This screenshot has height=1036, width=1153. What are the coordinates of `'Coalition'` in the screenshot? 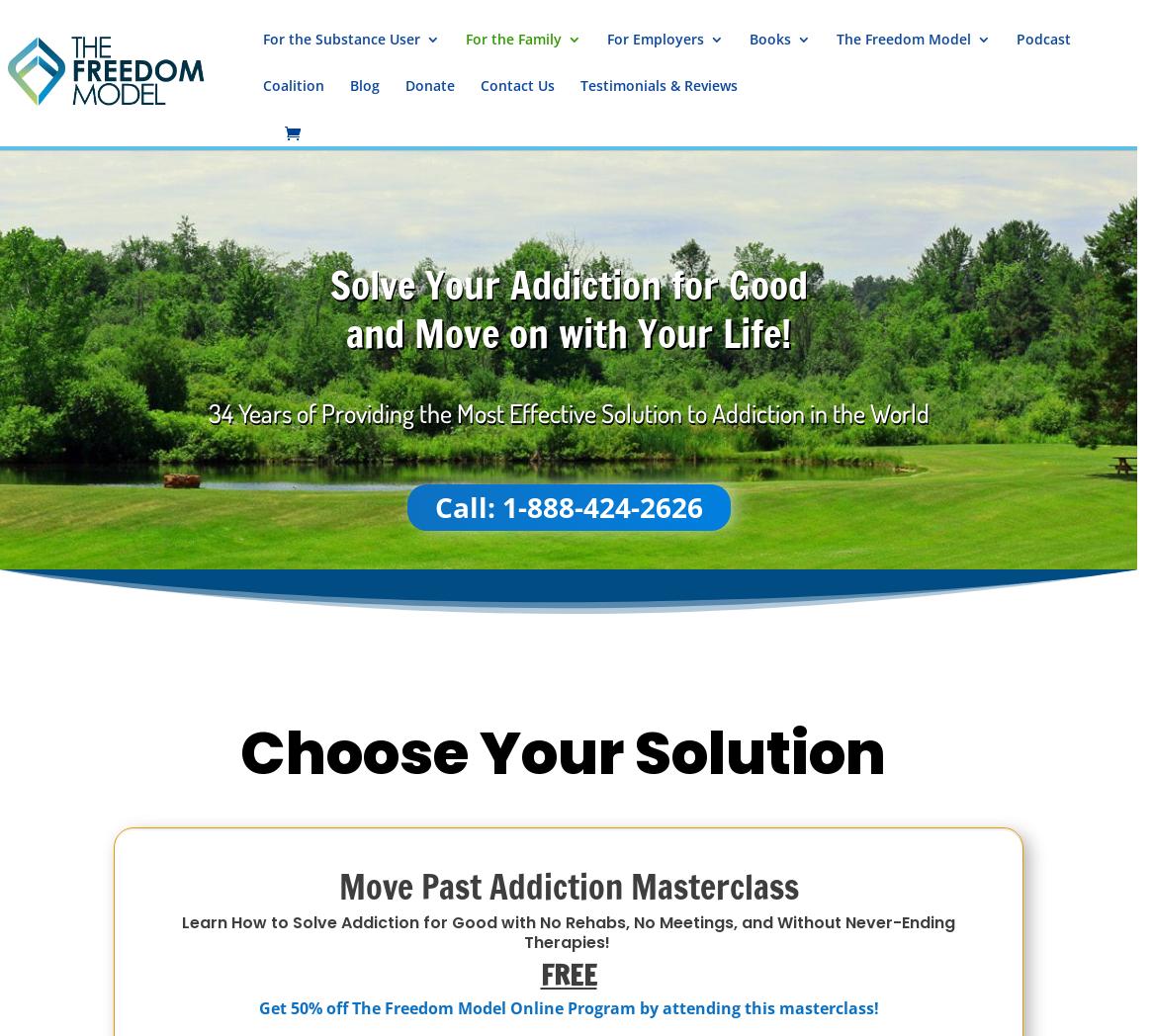 It's located at (292, 85).